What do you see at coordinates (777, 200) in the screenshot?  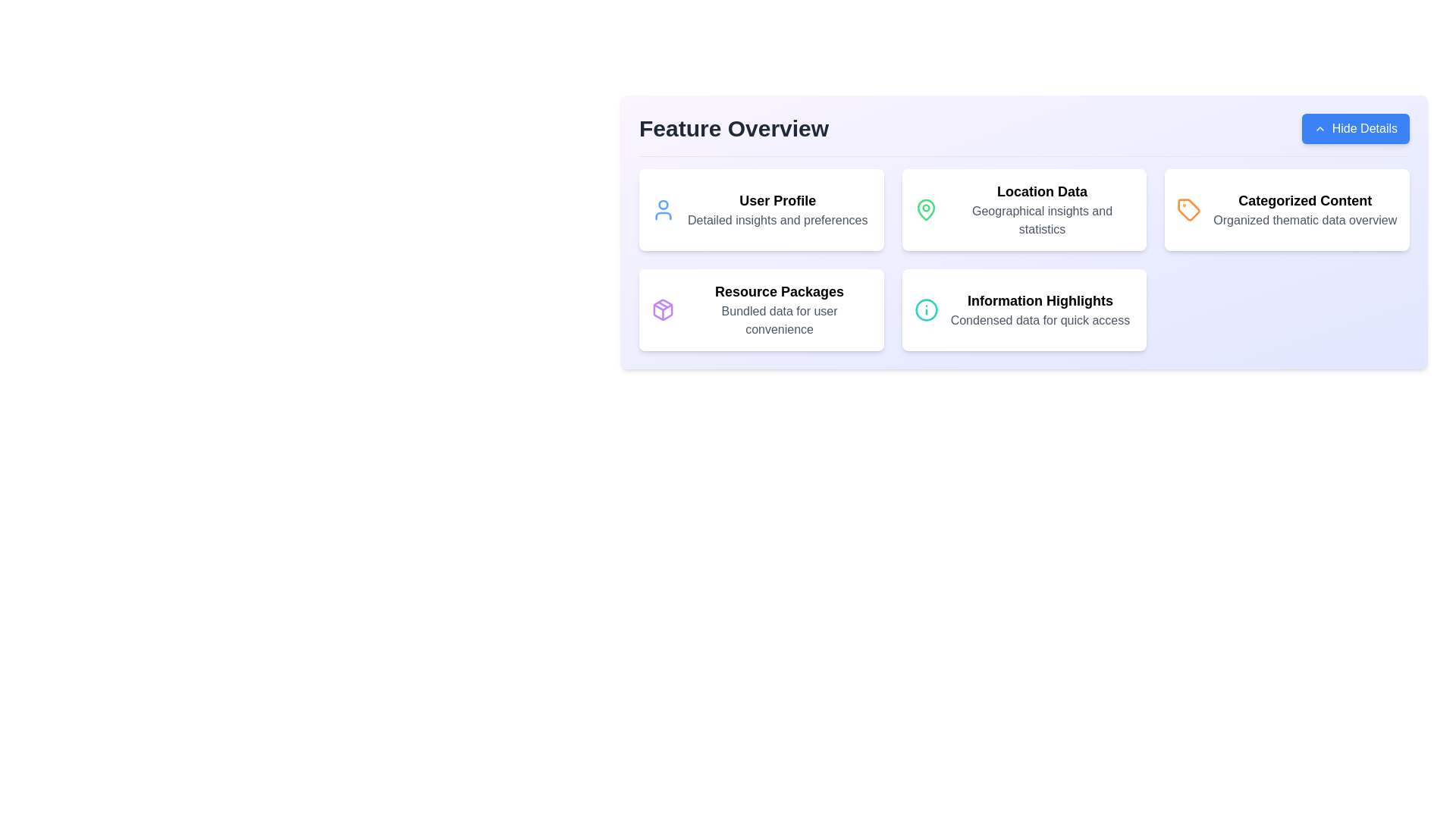 I see `the 'User Profile' text label, which is styled in bold and larger font, located in the top-left card of the grid layout in the 'Feature Overview' section` at bounding box center [777, 200].